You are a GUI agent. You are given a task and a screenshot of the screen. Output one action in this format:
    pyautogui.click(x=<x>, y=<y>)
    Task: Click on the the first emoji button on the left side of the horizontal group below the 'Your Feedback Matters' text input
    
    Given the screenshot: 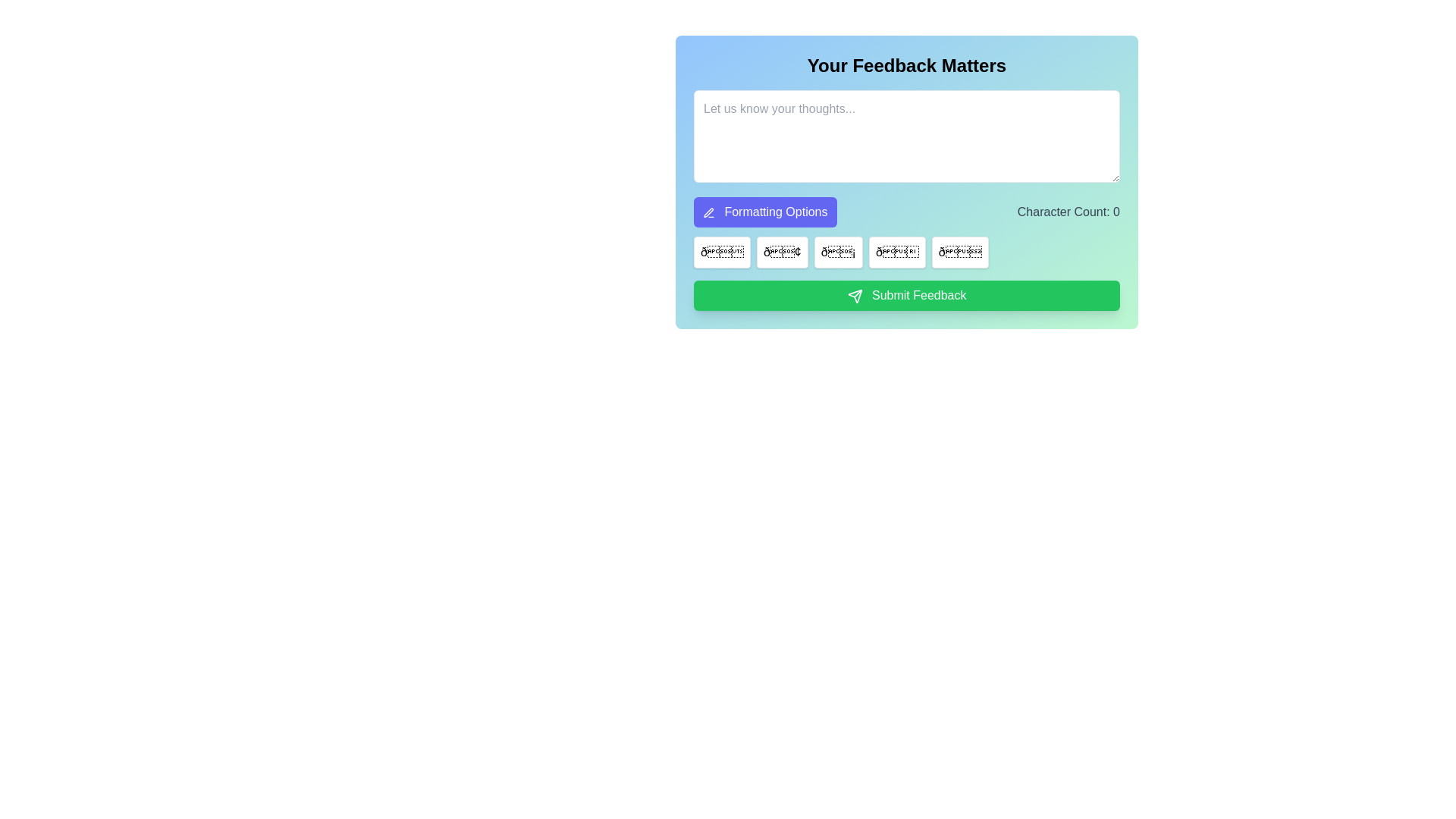 What is the action you would take?
    pyautogui.click(x=720, y=251)
    